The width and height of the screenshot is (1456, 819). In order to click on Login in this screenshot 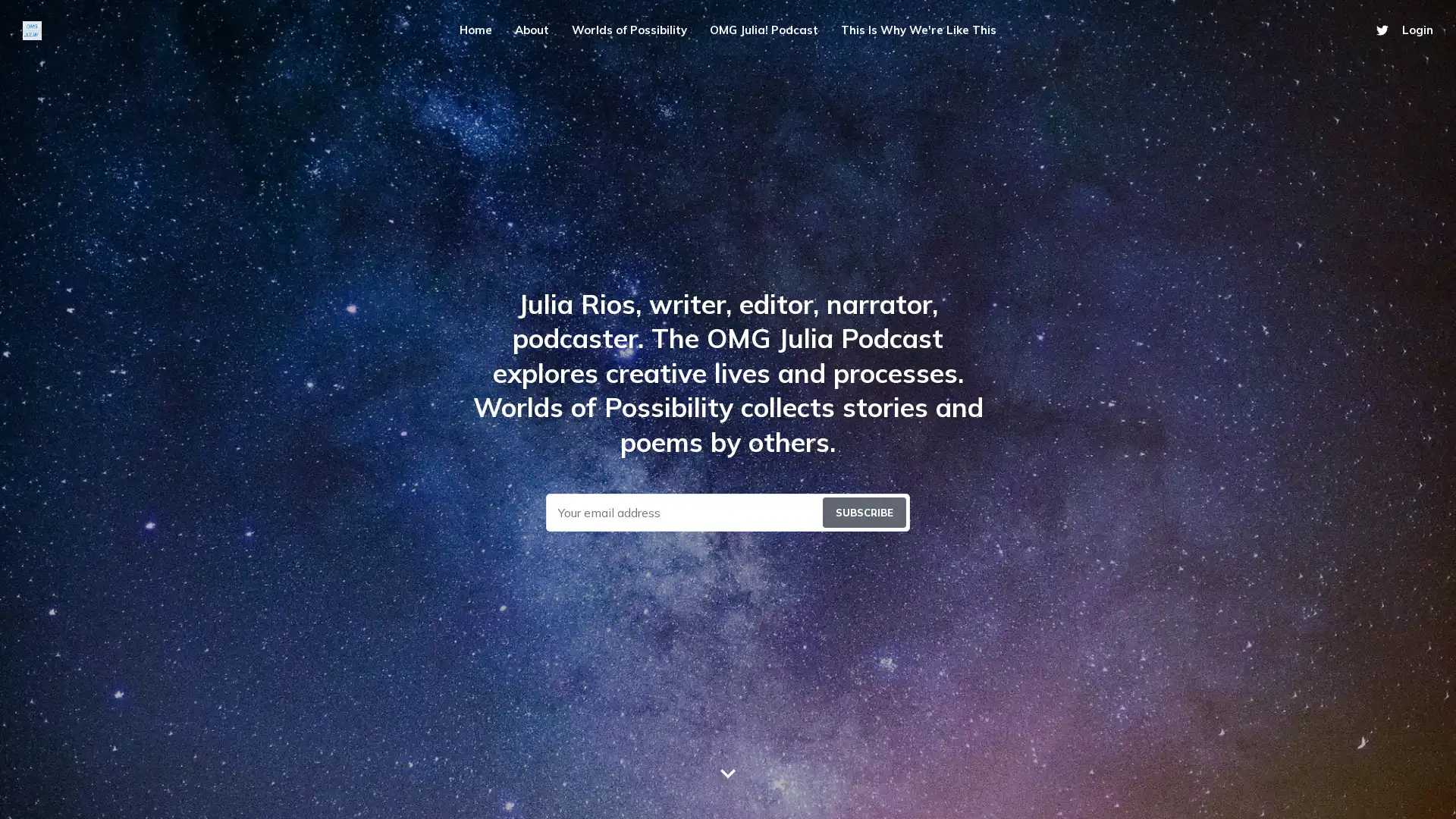, I will do `click(1417, 30)`.